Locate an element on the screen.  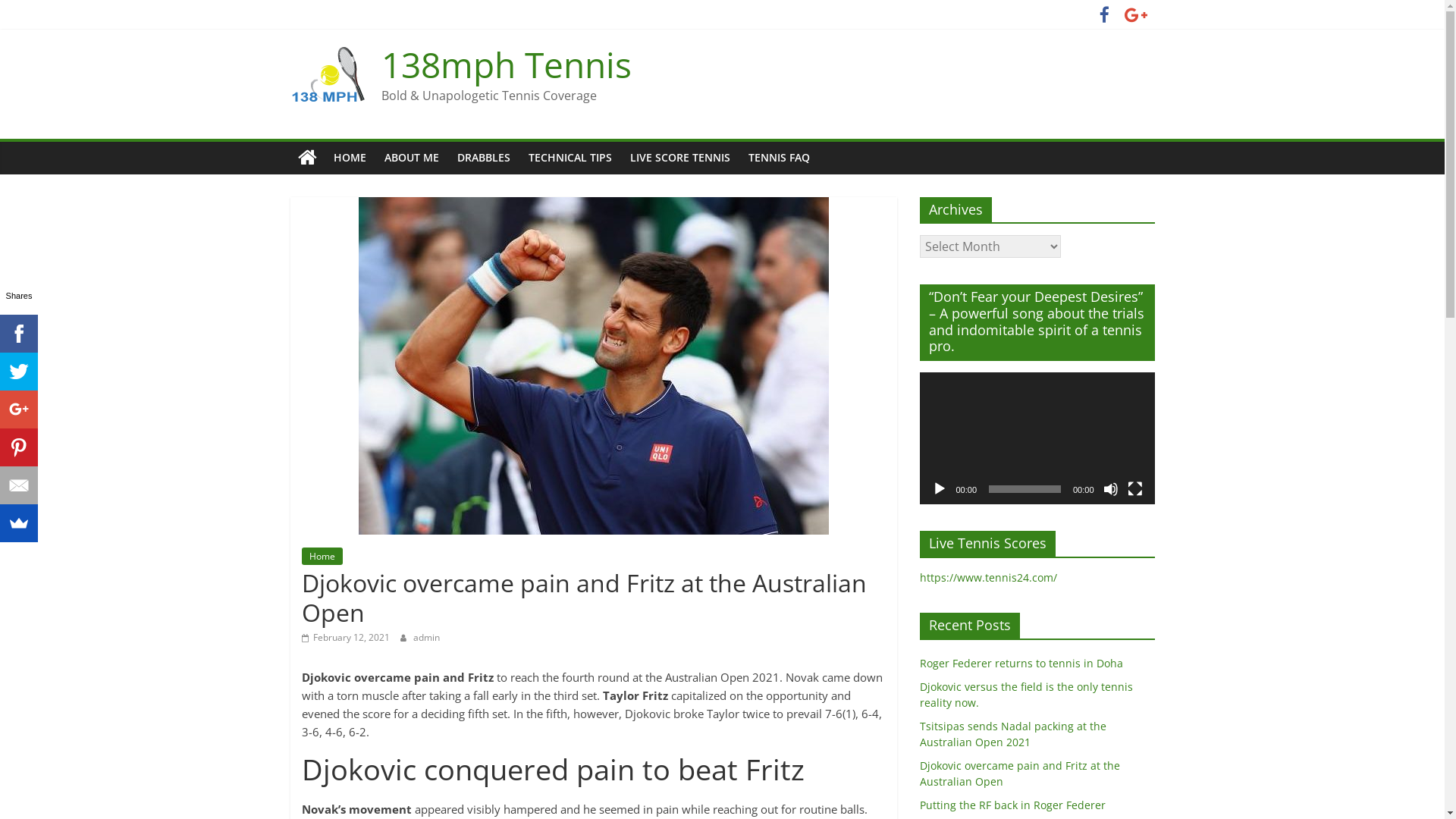
'Djokovic overcame pain and Fritz at the Australian Open' is located at coordinates (1019, 773).